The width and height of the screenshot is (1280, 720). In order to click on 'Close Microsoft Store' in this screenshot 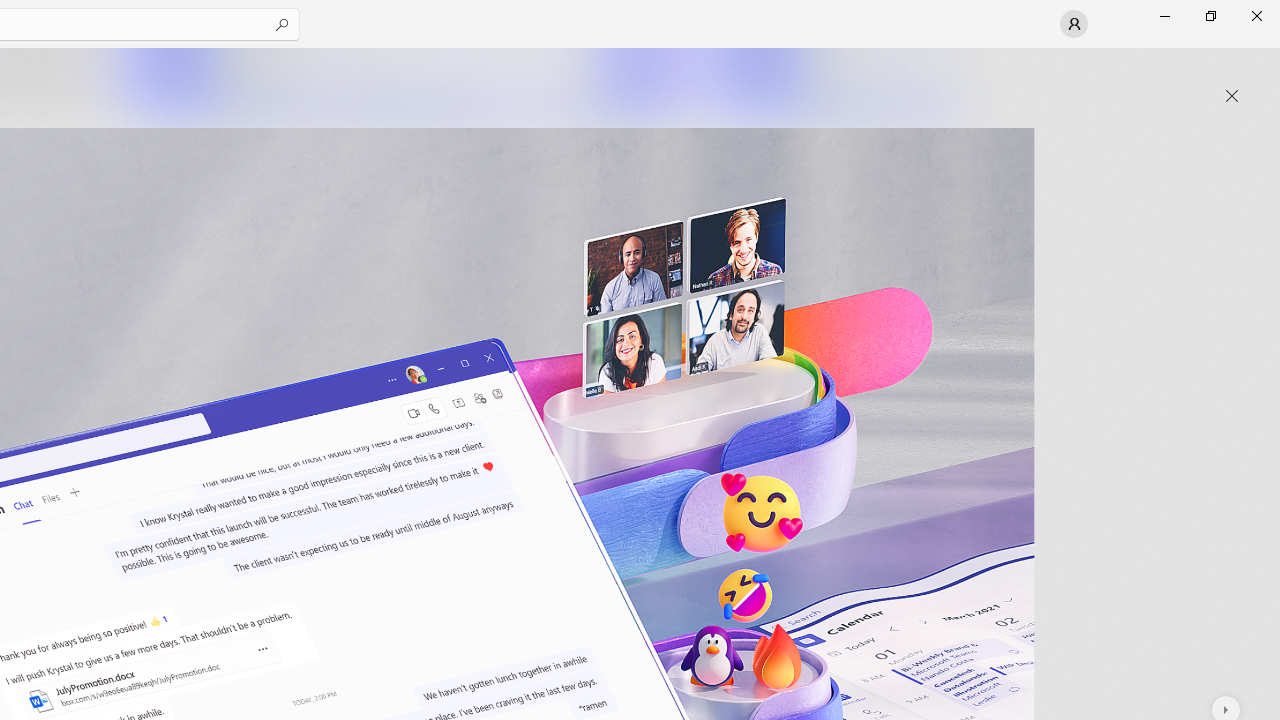, I will do `click(1255, 15)`.